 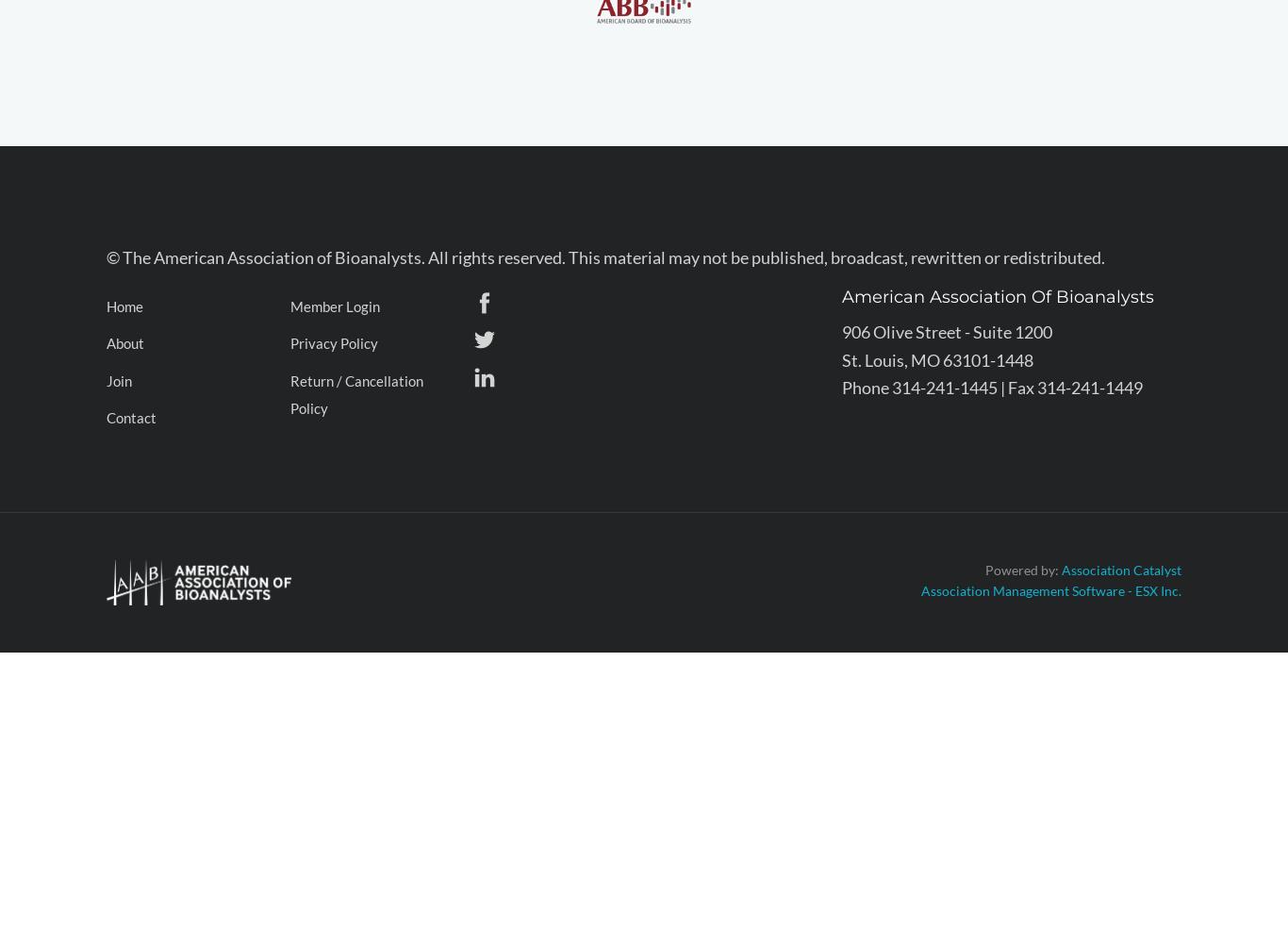 What do you see at coordinates (1121, 568) in the screenshot?
I see `'Association Catalyst'` at bounding box center [1121, 568].